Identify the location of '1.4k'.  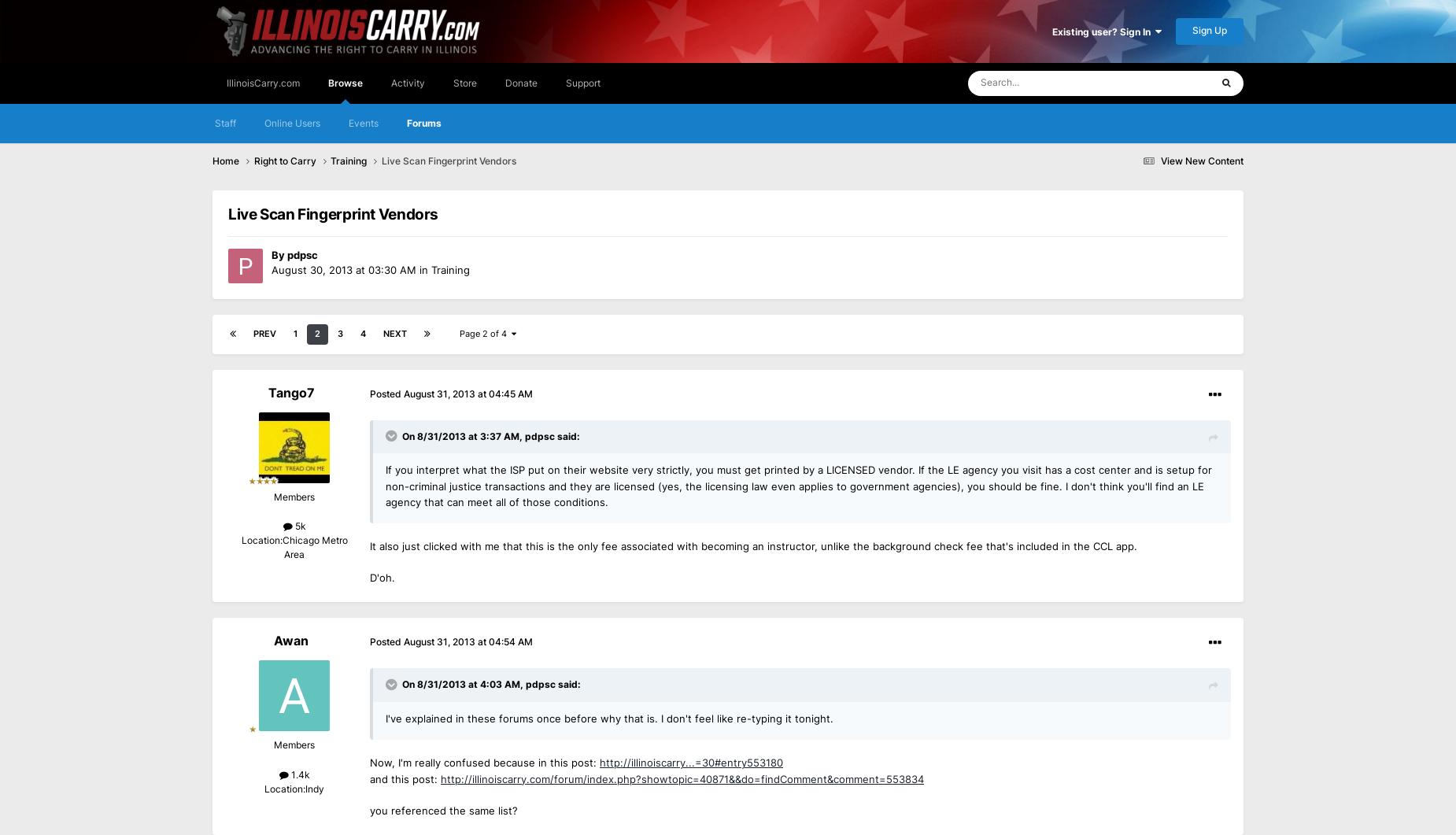
(286, 774).